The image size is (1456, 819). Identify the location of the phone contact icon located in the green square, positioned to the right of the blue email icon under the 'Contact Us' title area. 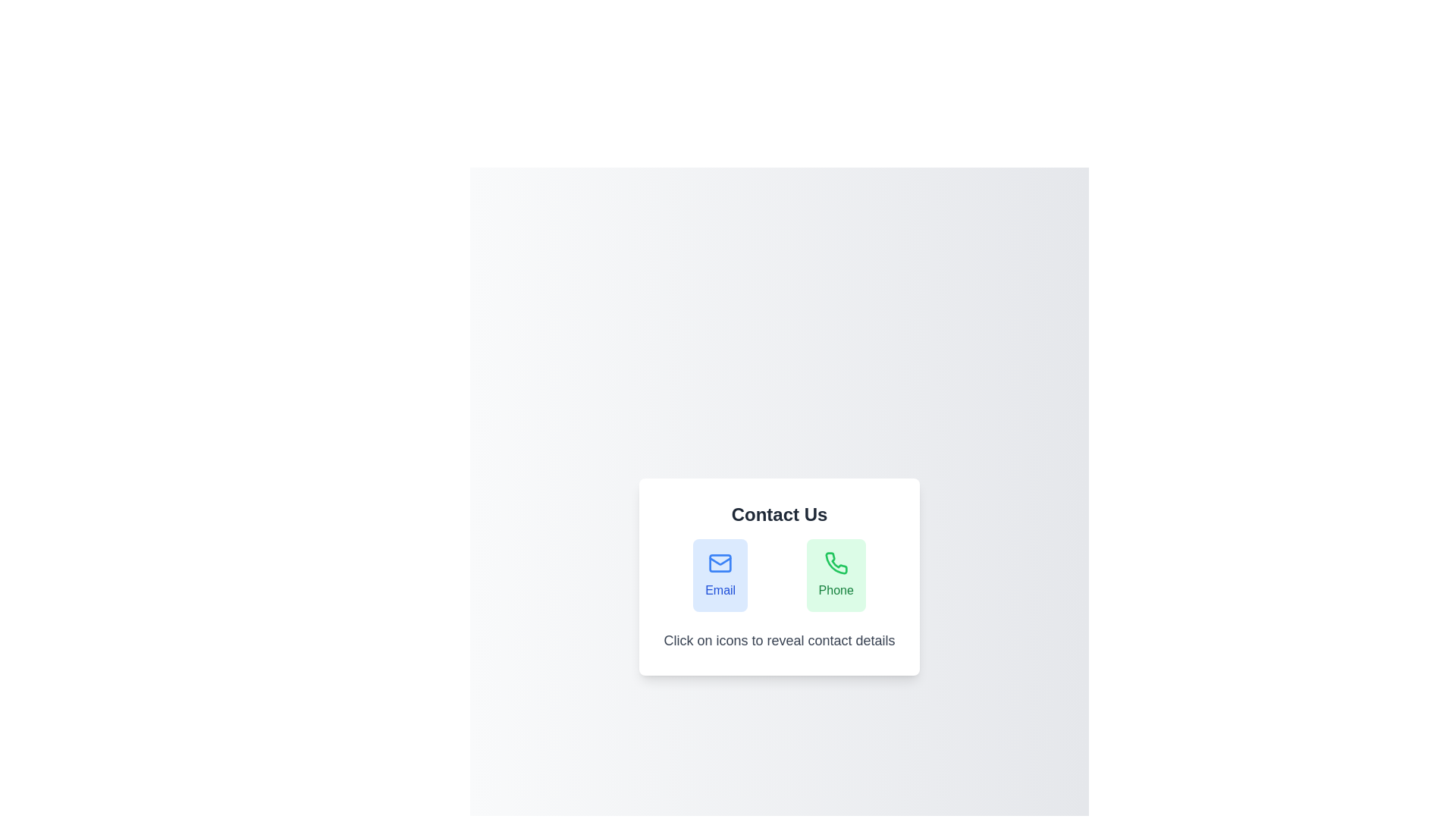
(835, 563).